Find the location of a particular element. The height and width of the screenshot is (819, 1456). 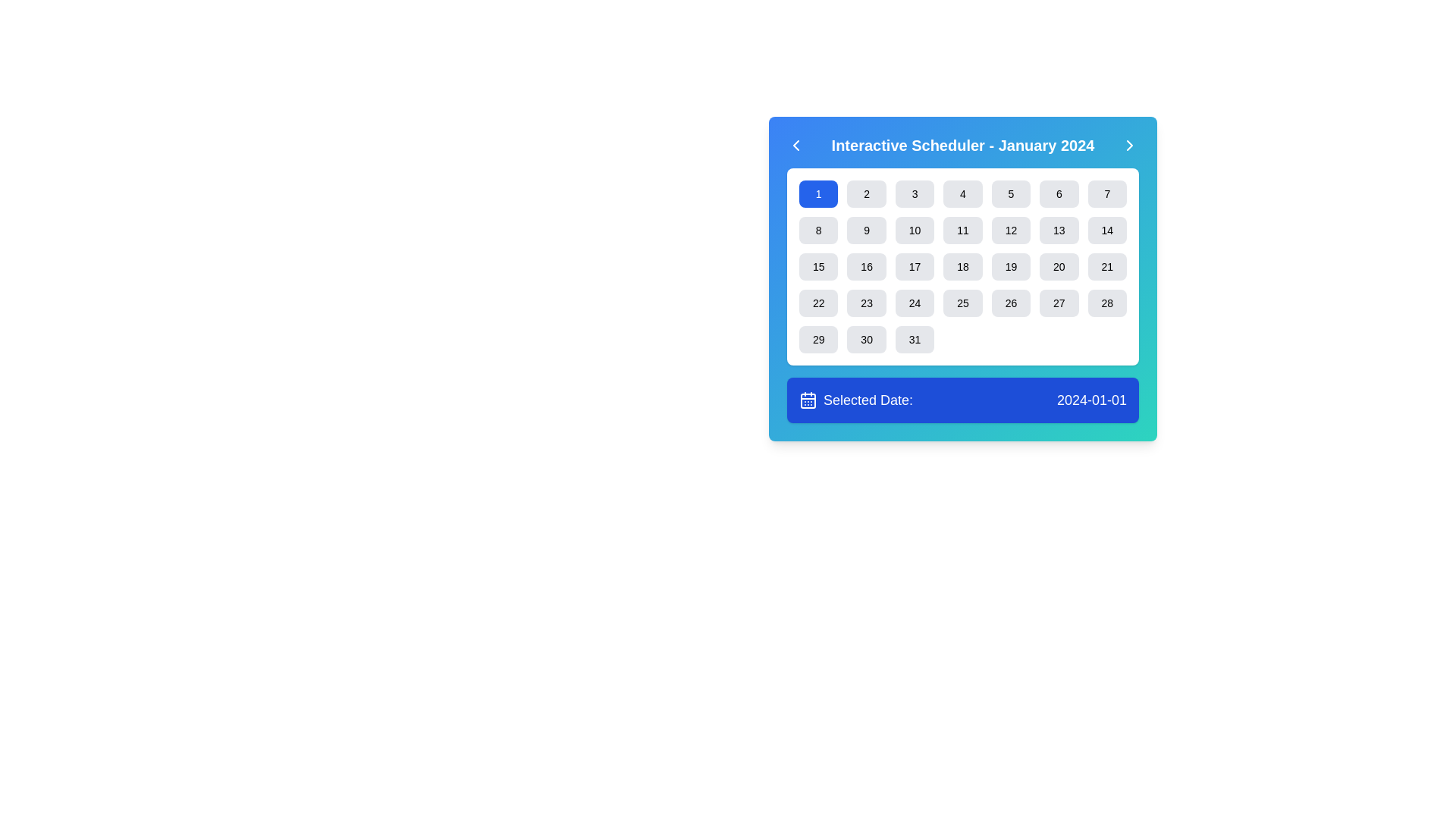

the button representing the selectable day within the monthly calendar view located in the sixth row and the first column of the grid layout is located at coordinates (817, 338).